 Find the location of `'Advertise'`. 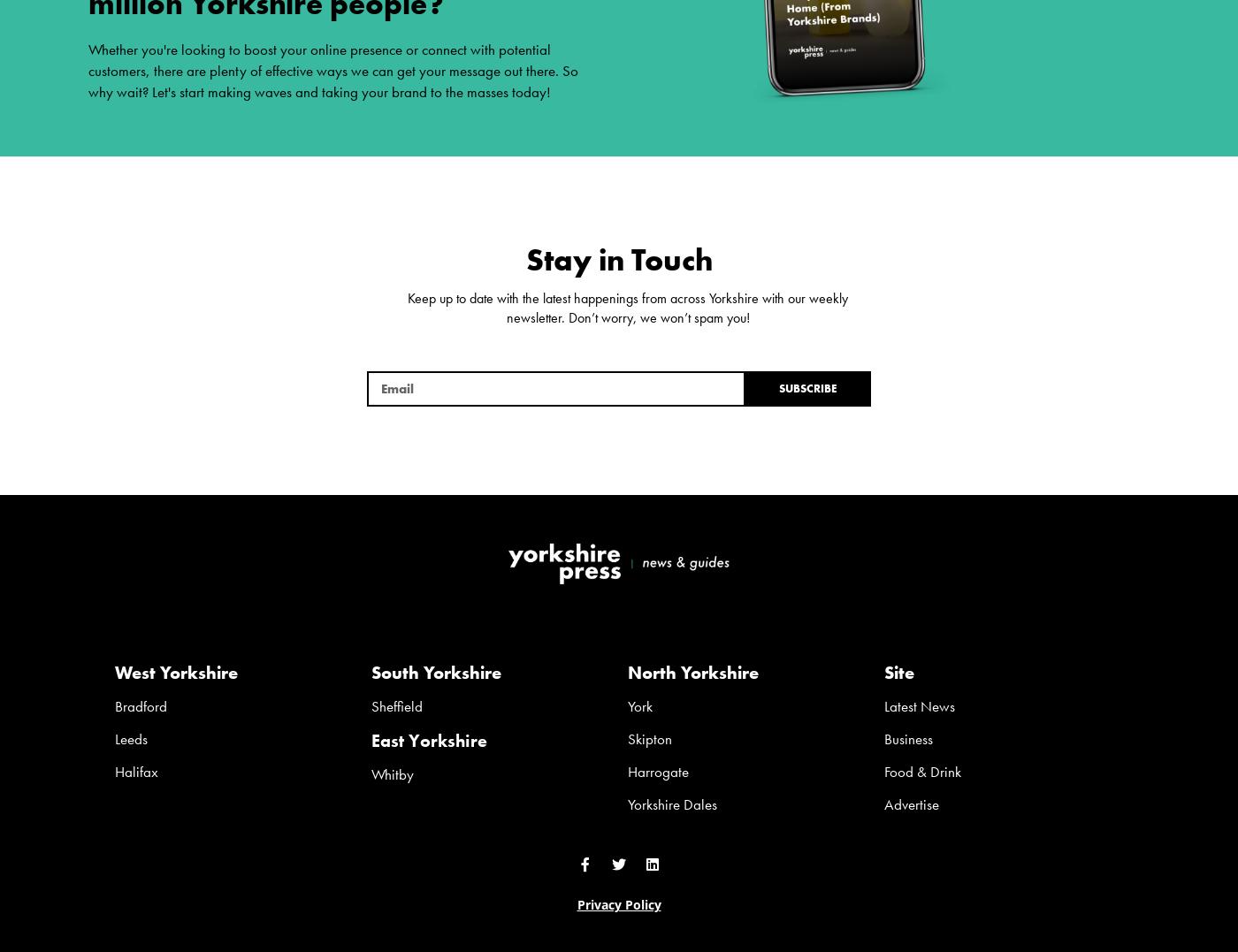

'Advertise' is located at coordinates (911, 803).